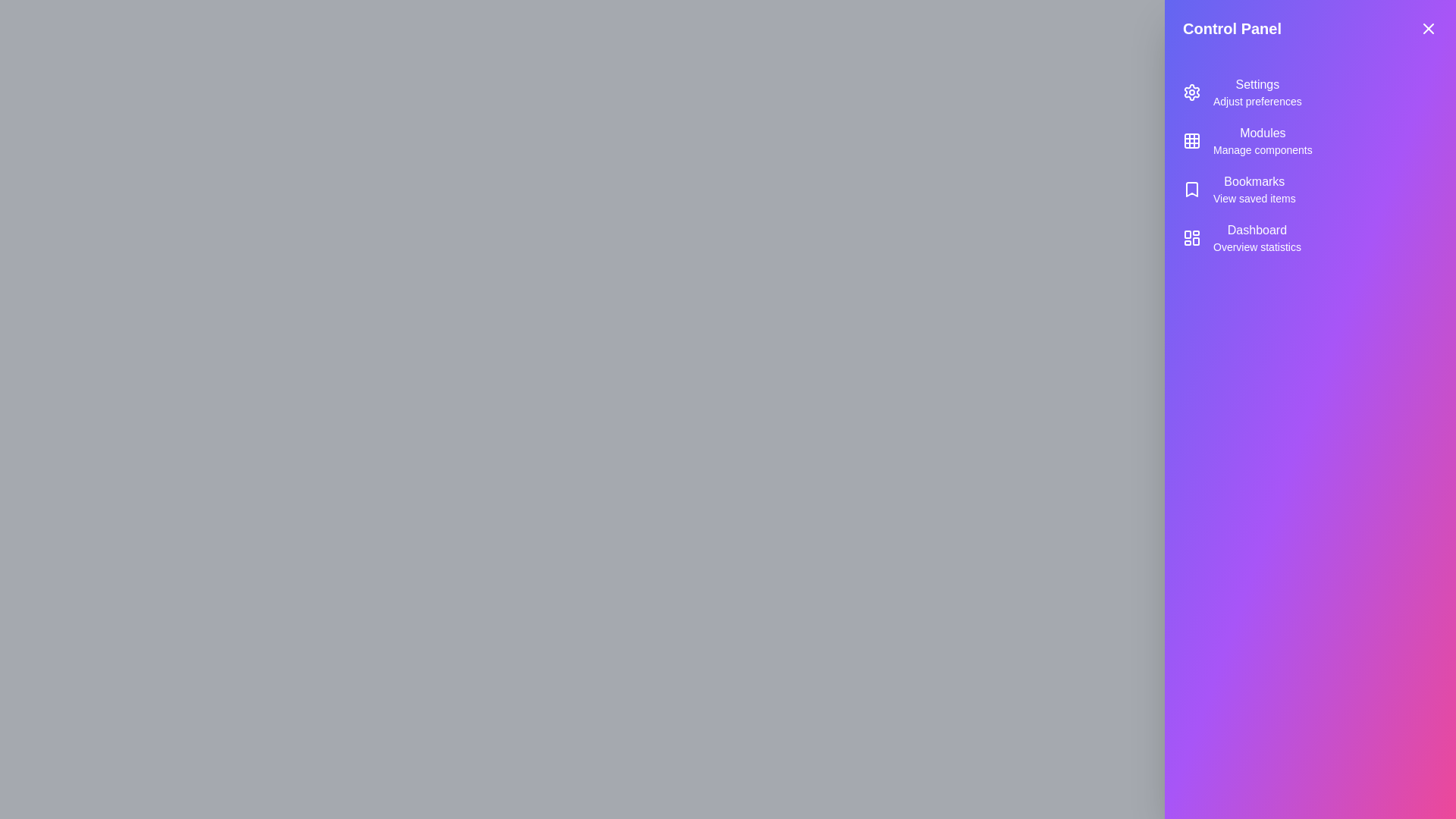  What do you see at coordinates (1191, 93) in the screenshot?
I see `the settings icon located` at bounding box center [1191, 93].